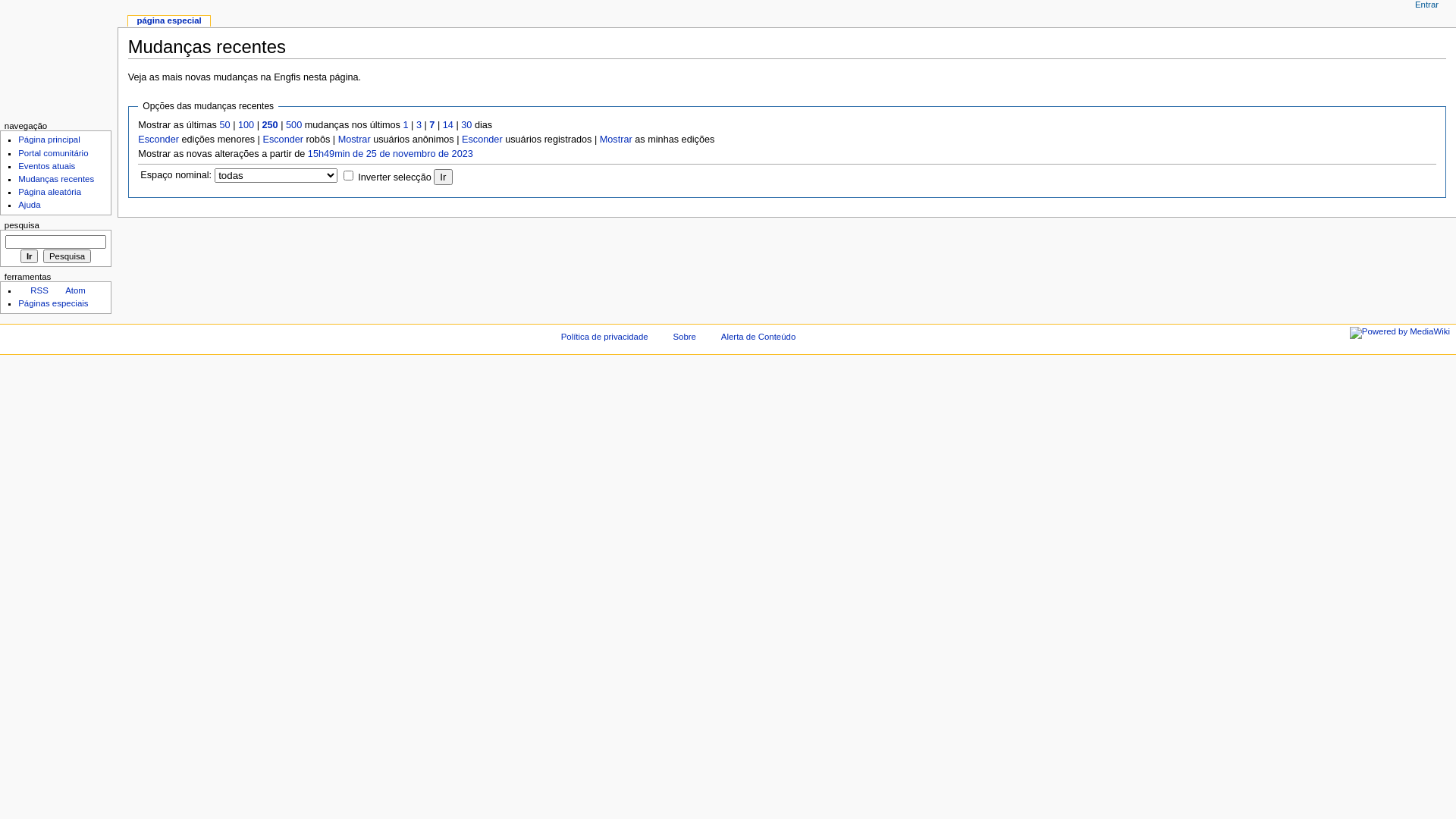 This screenshot has height=819, width=1456. Describe the element at coordinates (405, 124) in the screenshot. I see `'1'` at that location.